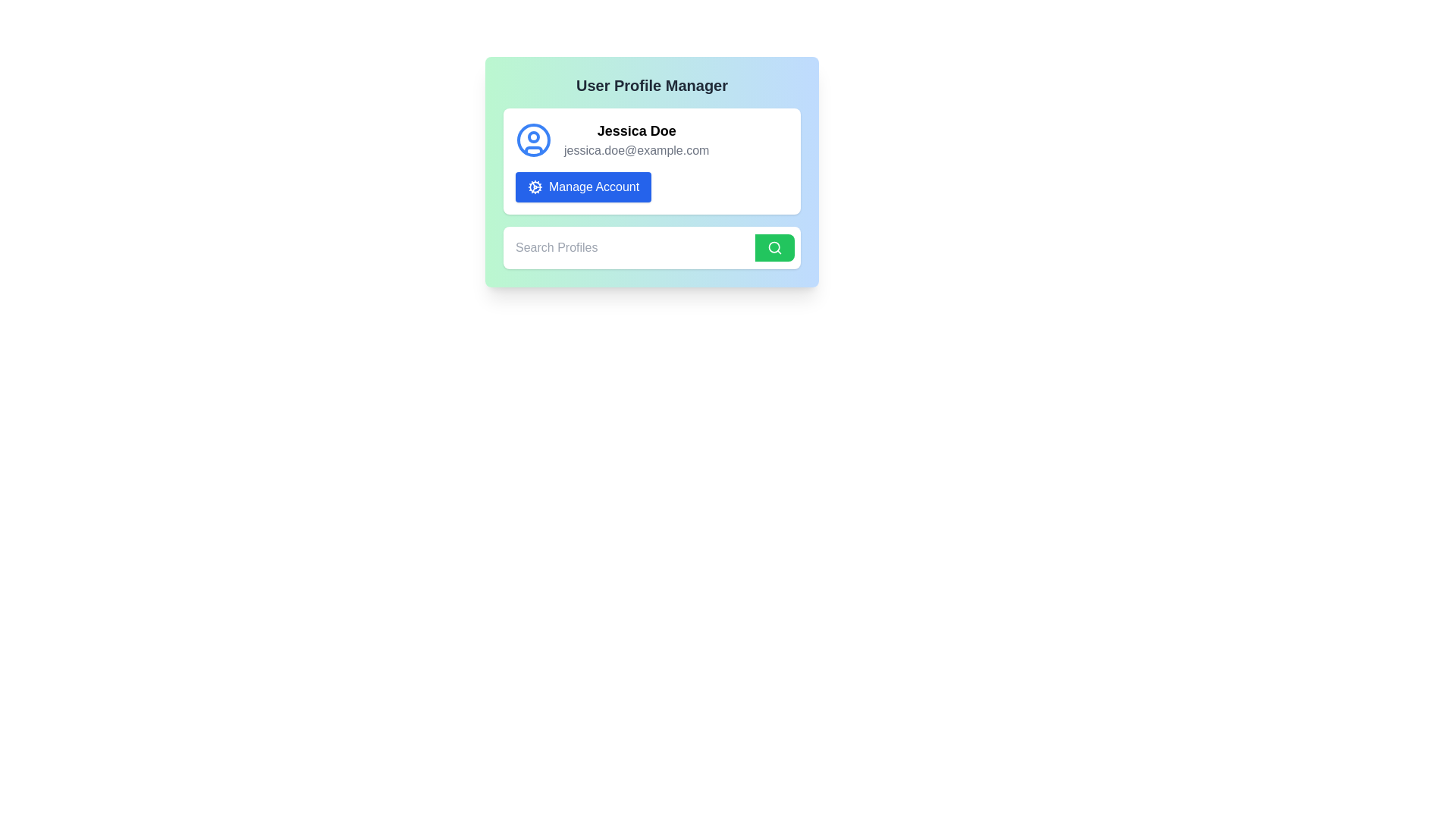 Image resolution: width=1456 pixels, height=819 pixels. I want to click on the 'Manage Account' button's text label, which indicates the action to manage the user's account settings, positioned centrally below the user profile section, so click(593, 186).